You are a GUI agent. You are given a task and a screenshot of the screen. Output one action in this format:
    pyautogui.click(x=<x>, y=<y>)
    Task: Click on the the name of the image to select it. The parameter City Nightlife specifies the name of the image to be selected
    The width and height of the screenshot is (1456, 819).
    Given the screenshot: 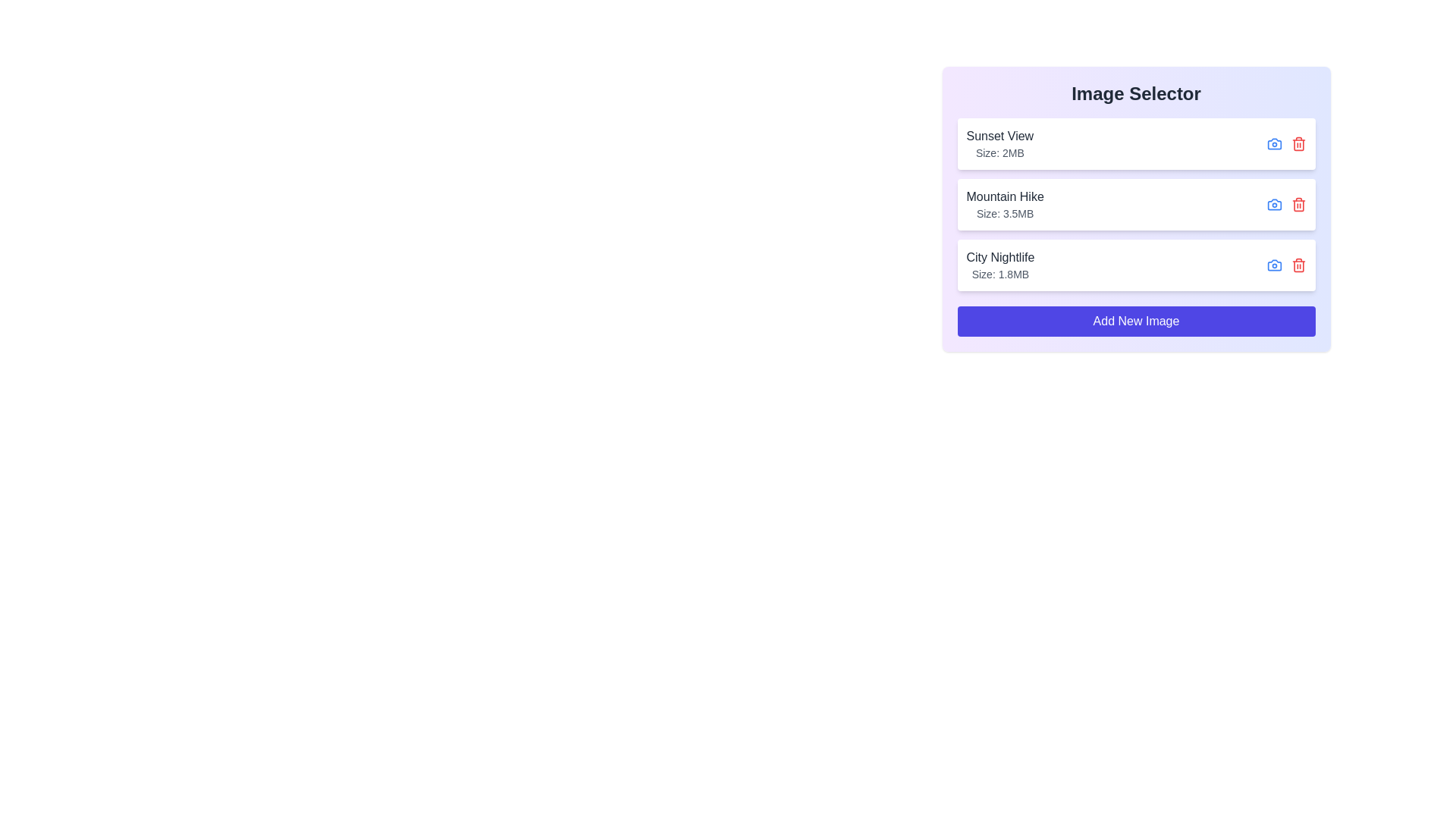 What is the action you would take?
    pyautogui.click(x=1000, y=256)
    